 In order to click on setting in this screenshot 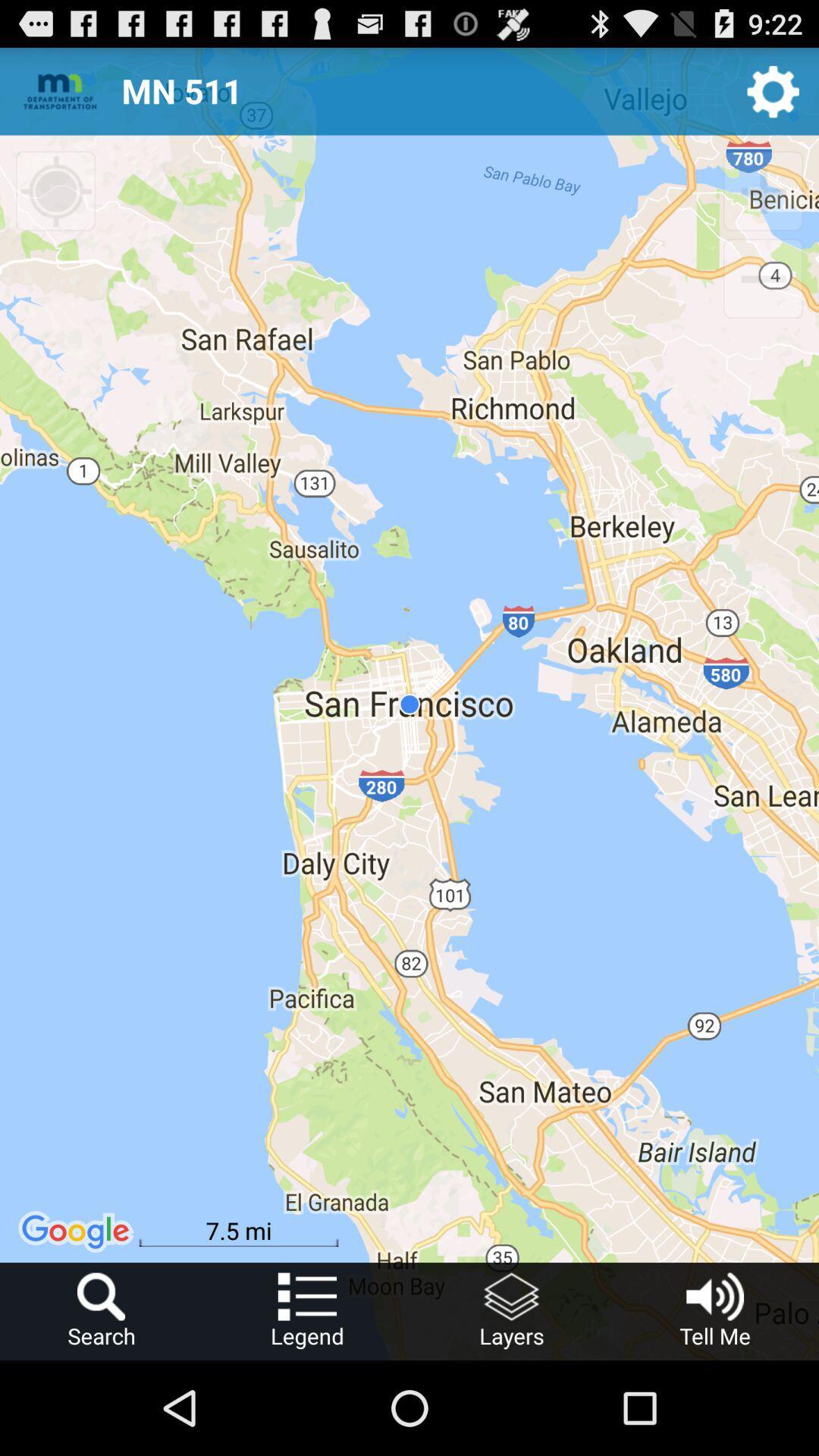, I will do `click(773, 90)`.